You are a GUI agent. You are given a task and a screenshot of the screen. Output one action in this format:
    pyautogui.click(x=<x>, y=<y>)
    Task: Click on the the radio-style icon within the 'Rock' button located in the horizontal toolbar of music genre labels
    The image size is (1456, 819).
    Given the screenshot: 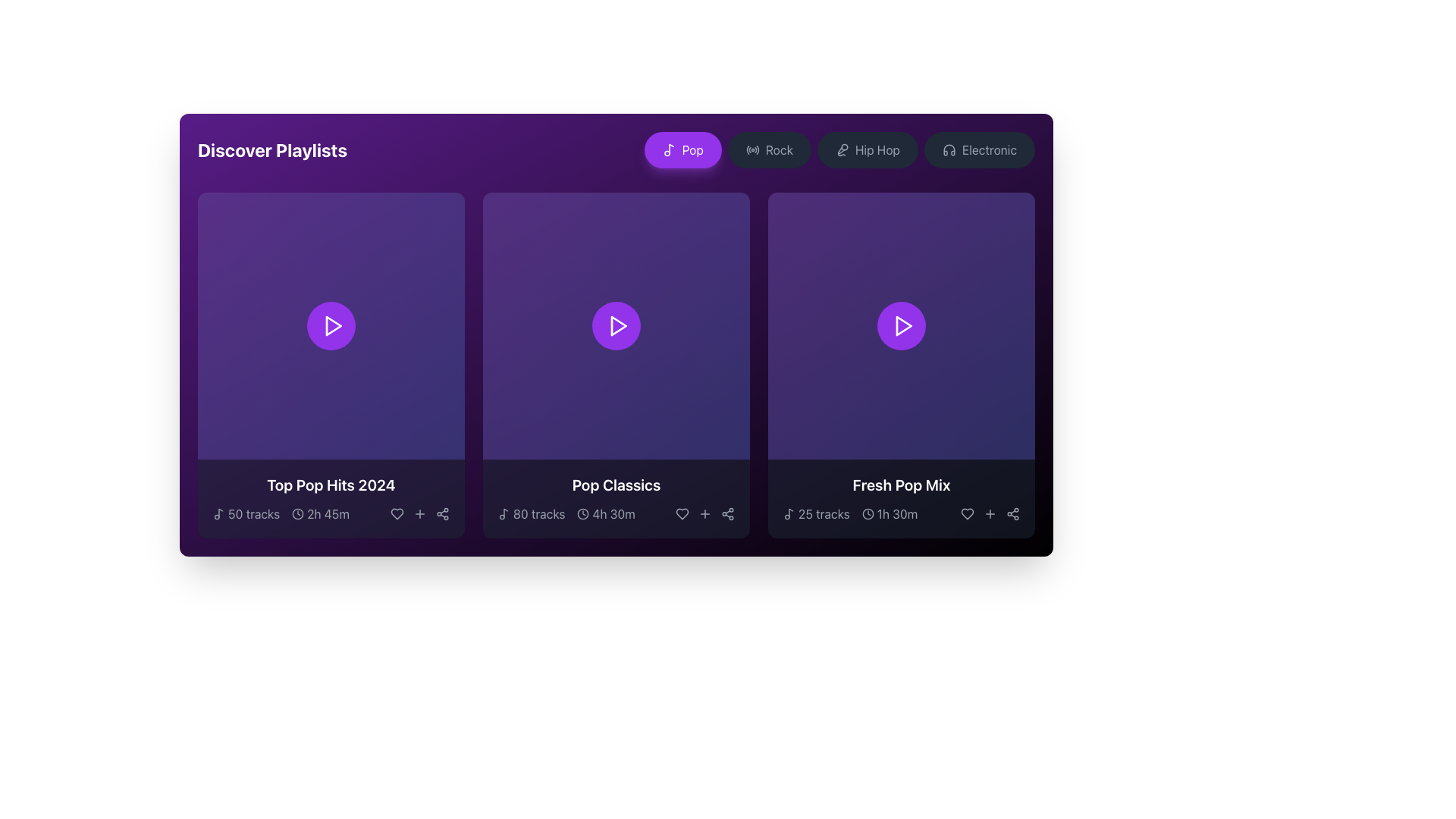 What is the action you would take?
    pyautogui.click(x=752, y=149)
    